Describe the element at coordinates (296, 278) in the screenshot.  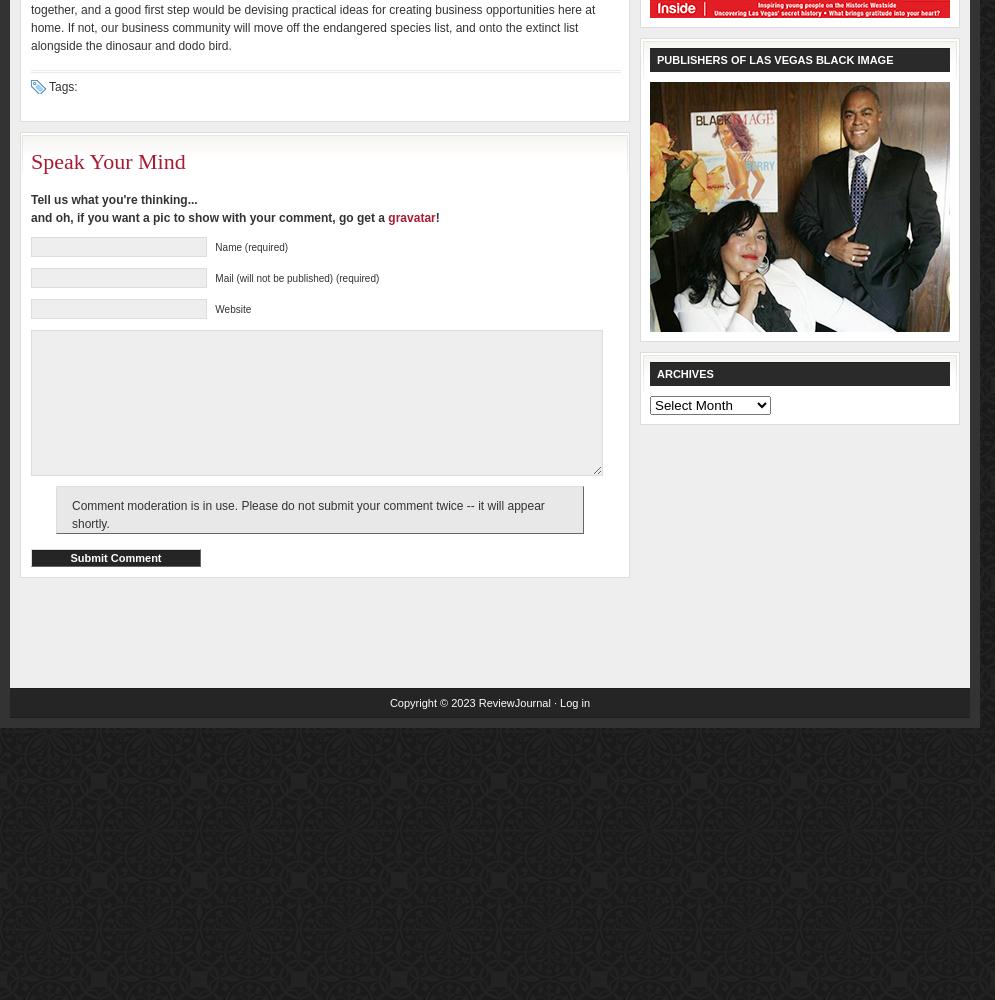
I see `'Mail (will not be published) (required)'` at that location.